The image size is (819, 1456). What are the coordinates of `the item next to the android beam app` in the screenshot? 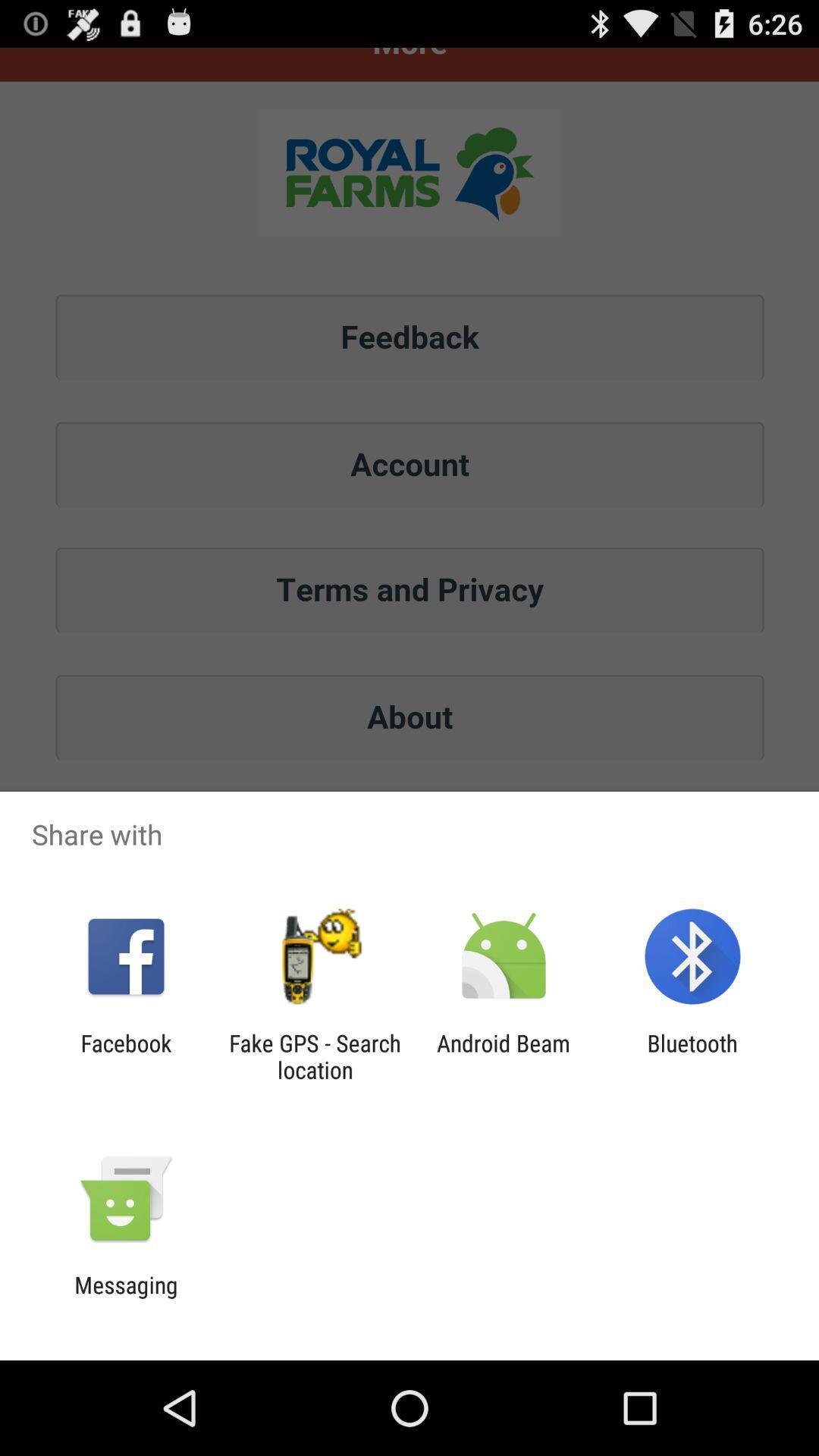 It's located at (314, 1056).